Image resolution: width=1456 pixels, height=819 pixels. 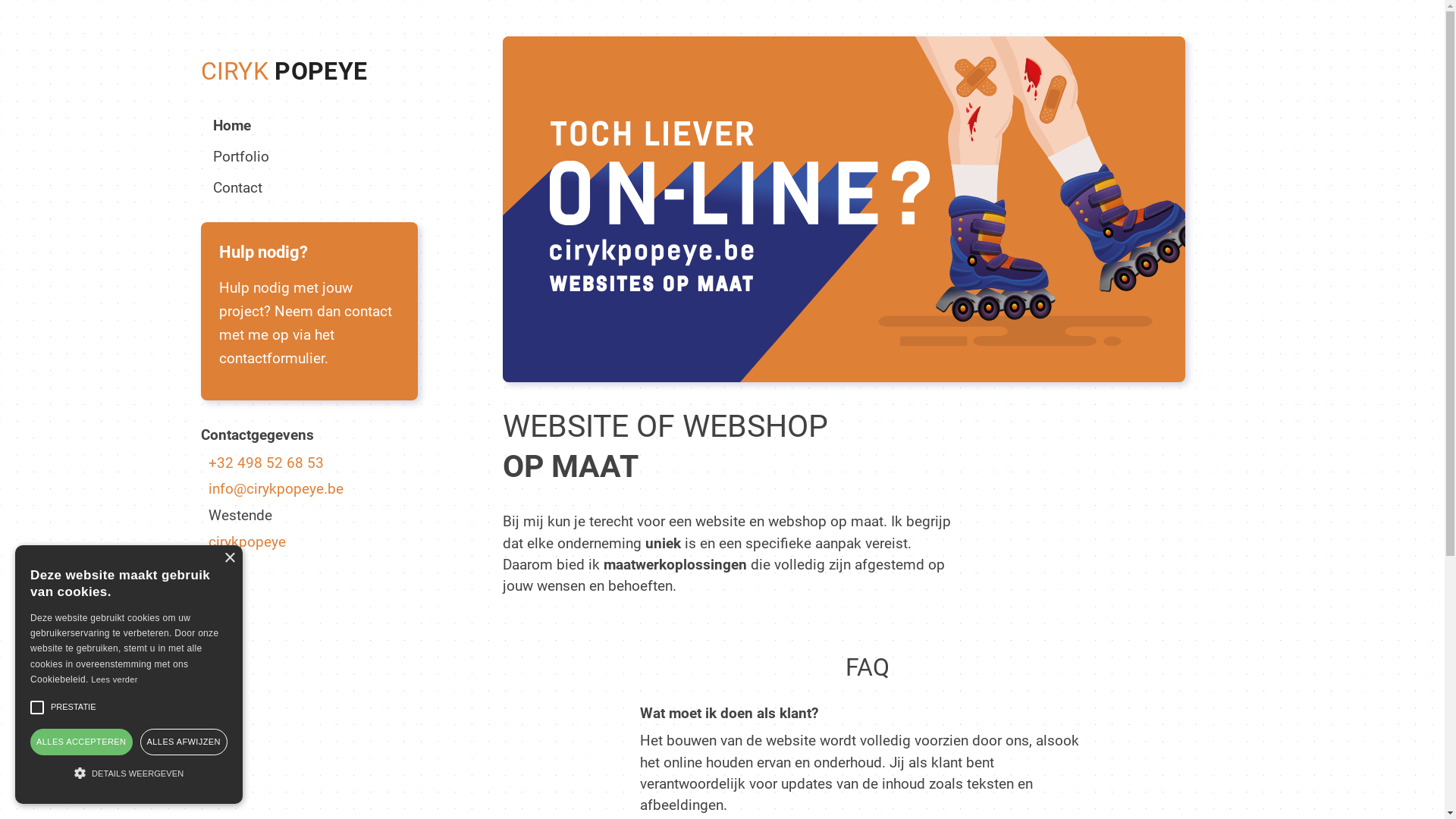 What do you see at coordinates (308, 488) in the screenshot?
I see `'  info@cirykpopeye.be'` at bounding box center [308, 488].